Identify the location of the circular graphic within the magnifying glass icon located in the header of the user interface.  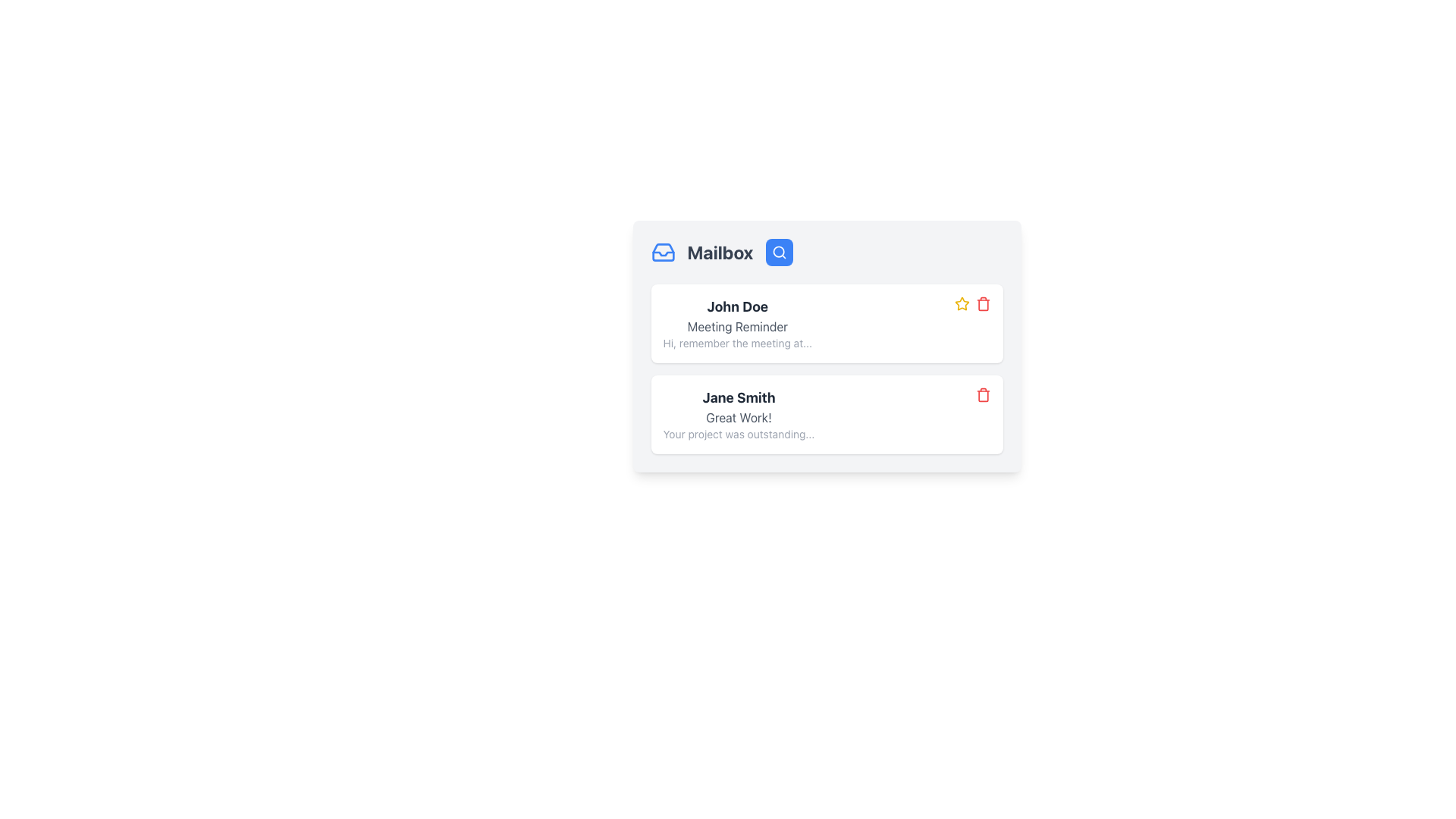
(778, 251).